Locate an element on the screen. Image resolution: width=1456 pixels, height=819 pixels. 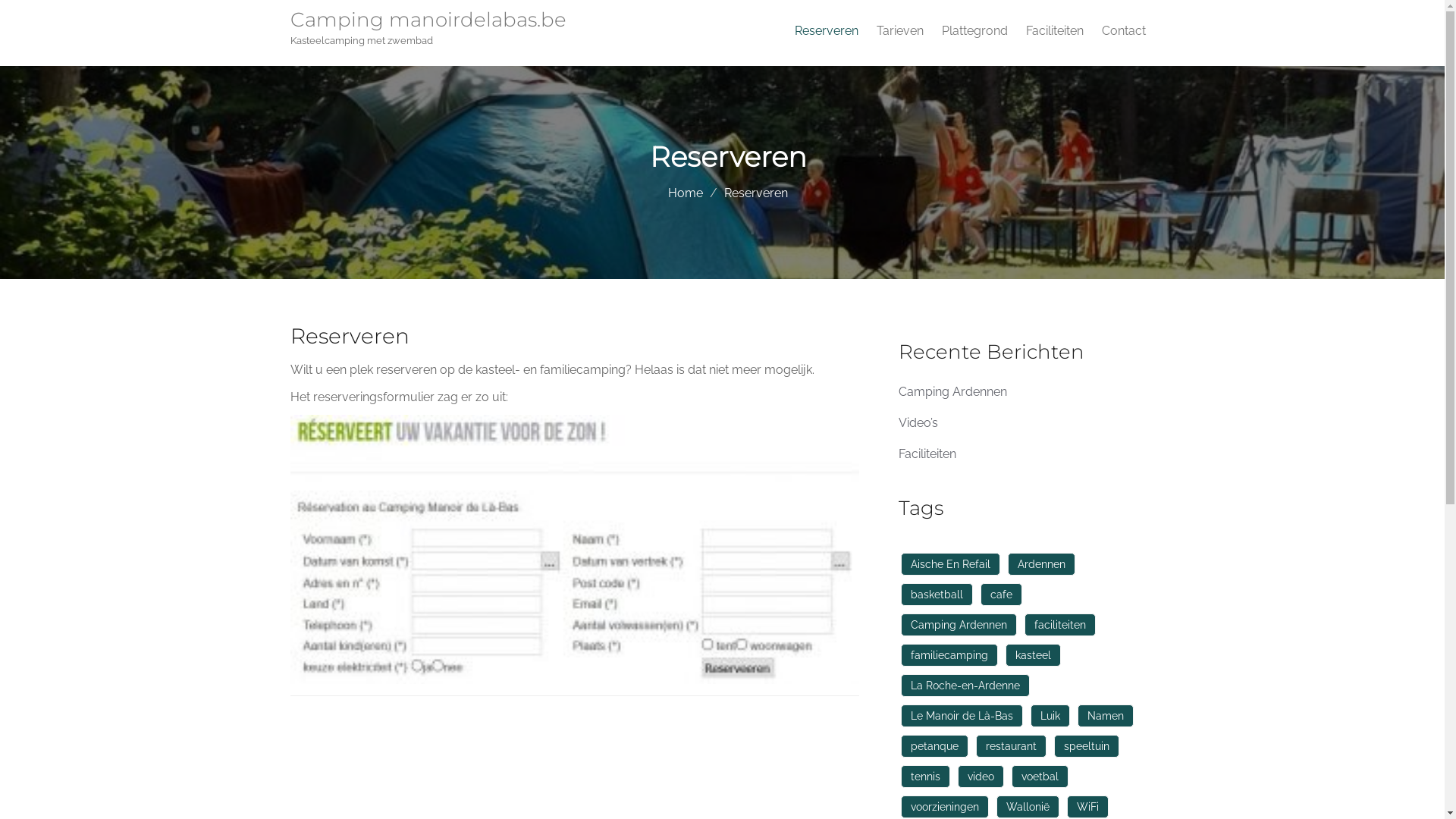
'restaurant' is located at coordinates (1010, 745).